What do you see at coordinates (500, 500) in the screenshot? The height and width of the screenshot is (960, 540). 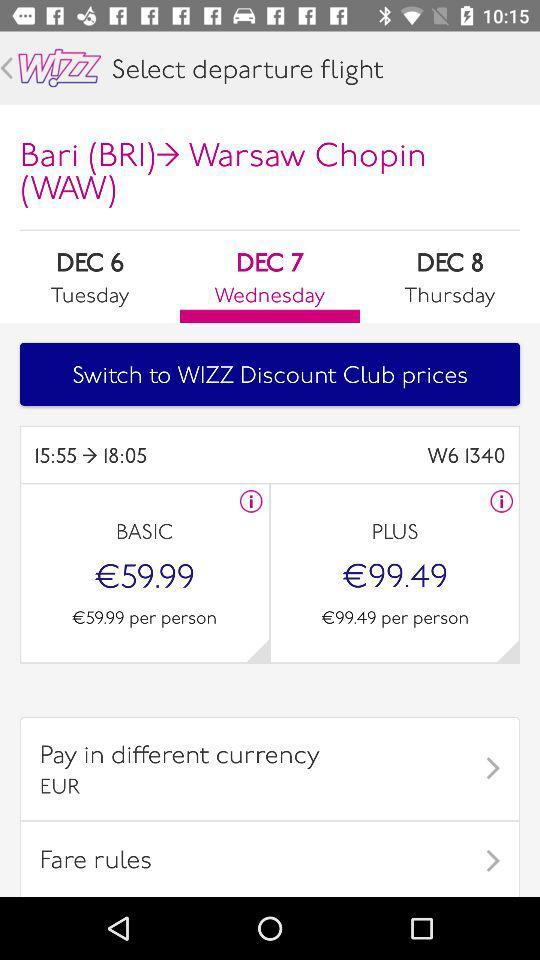 I see `show fare information` at bounding box center [500, 500].